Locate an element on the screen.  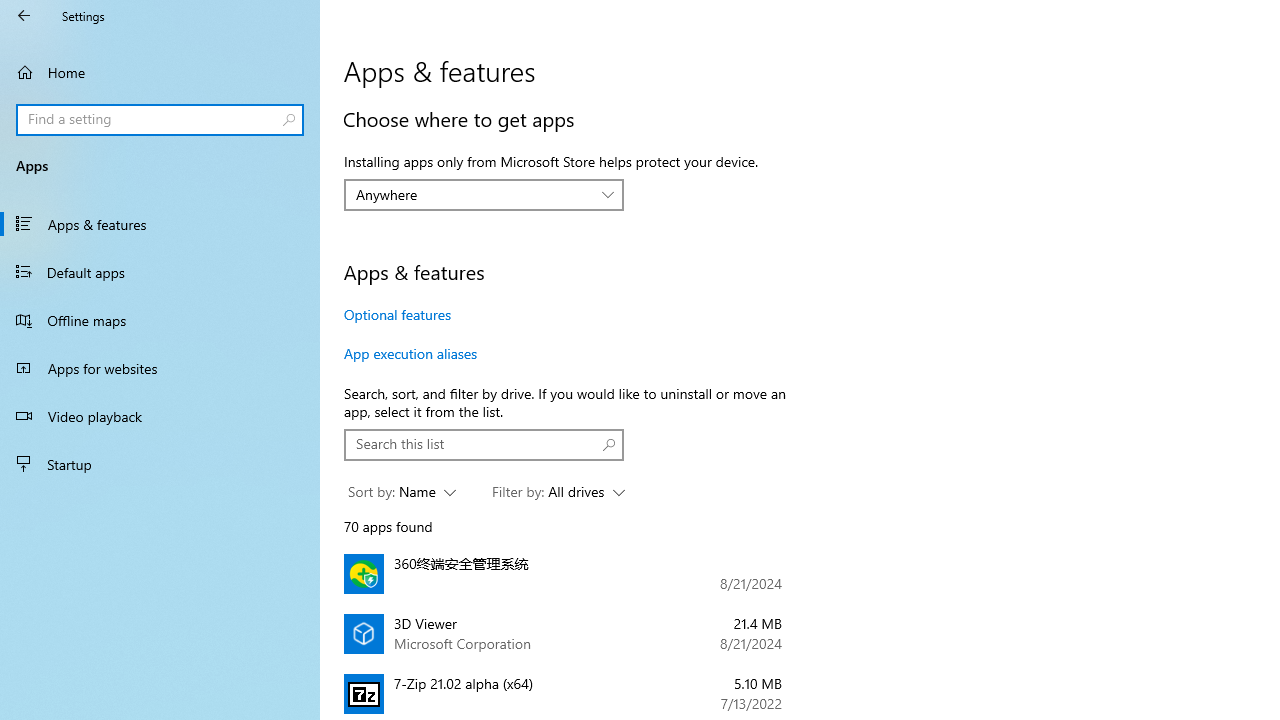
'Optional features' is located at coordinates (398, 314).